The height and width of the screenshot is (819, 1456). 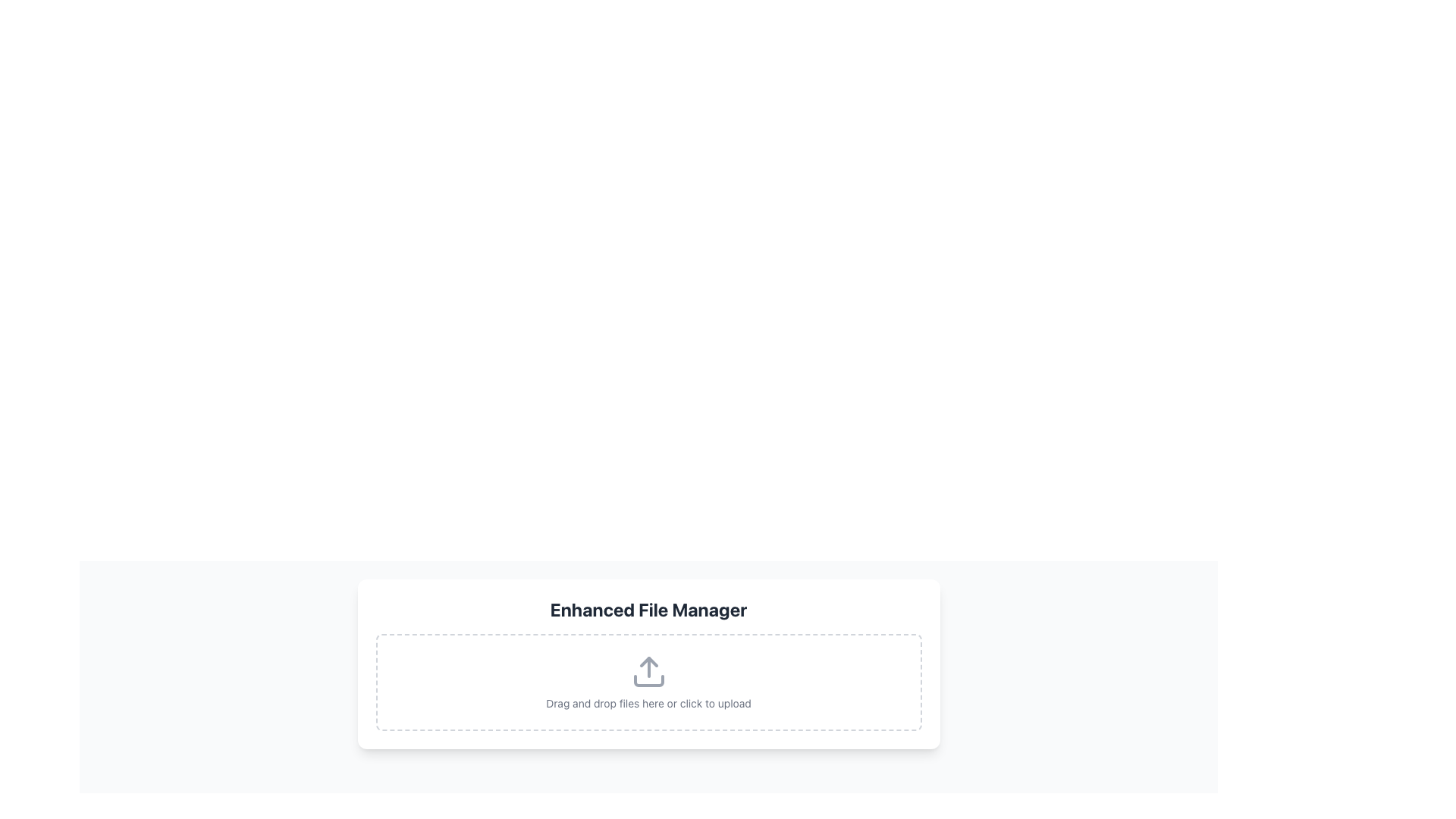 What do you see at coordinates (648, 663) in the screenshot?
I see `files into the central area of the File Upload Drop Zone, which has a bold header 'Enhanced File Manager' and dashed borders for file upload` at bounding box center [648, 663].